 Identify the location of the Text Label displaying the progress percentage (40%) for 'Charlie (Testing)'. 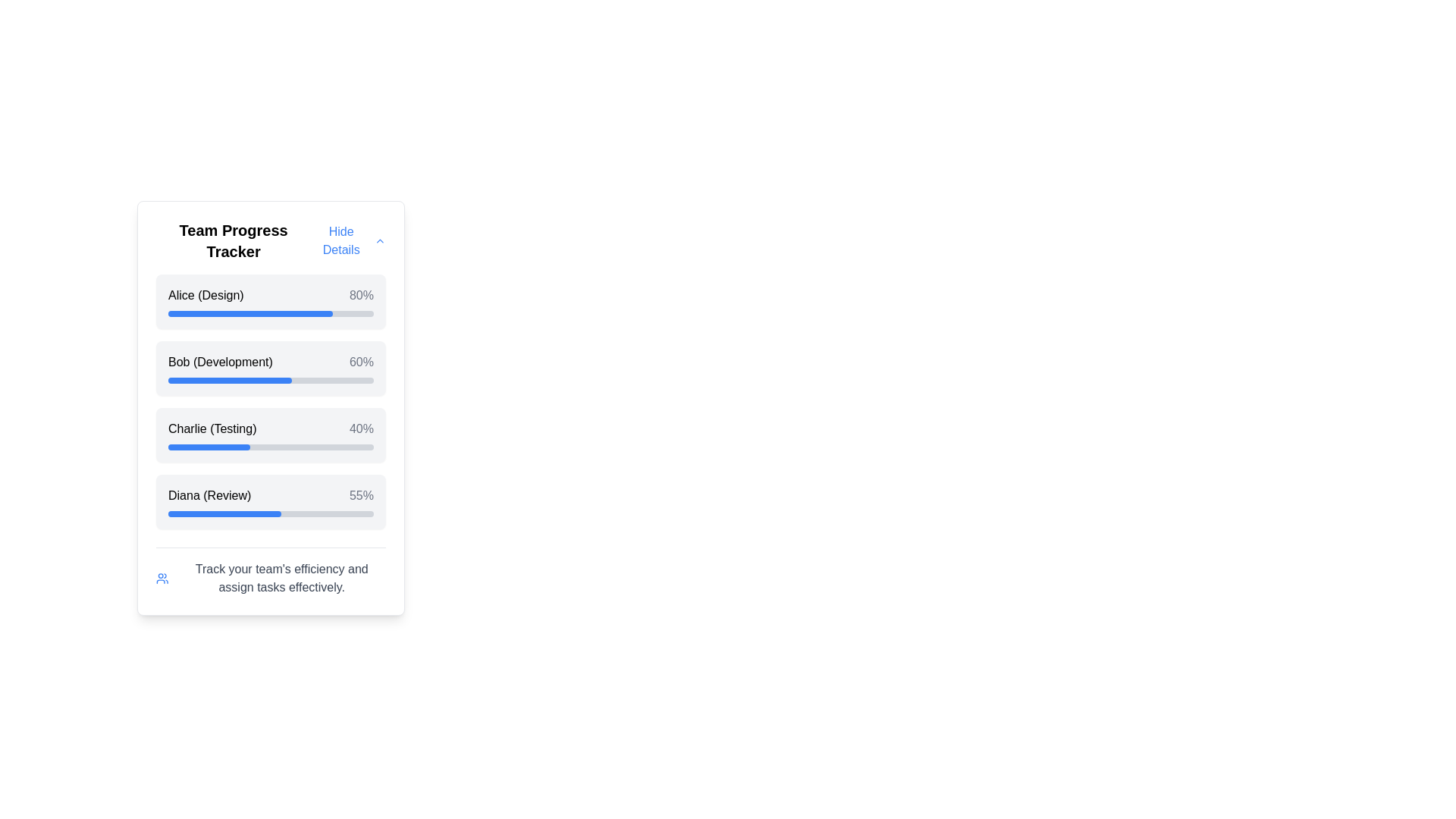
(360, 429).